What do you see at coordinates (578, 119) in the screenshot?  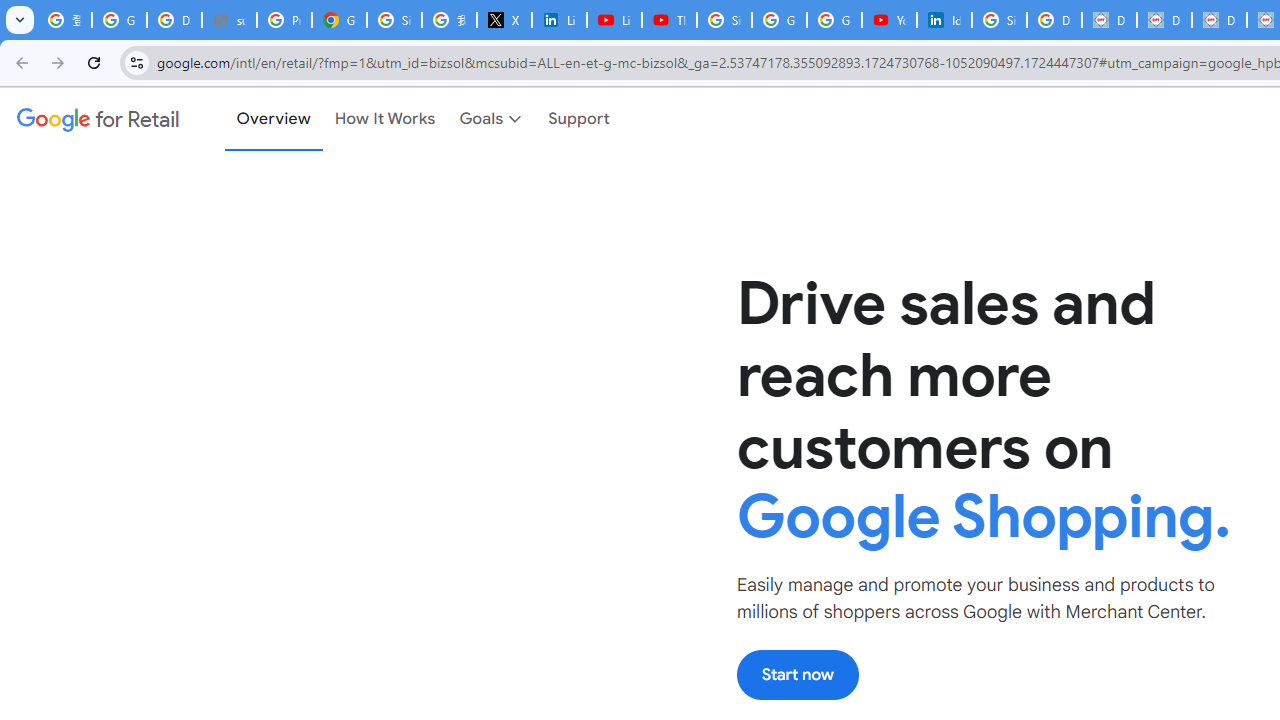 I see `'Support'` at bounding box center [578, 119].